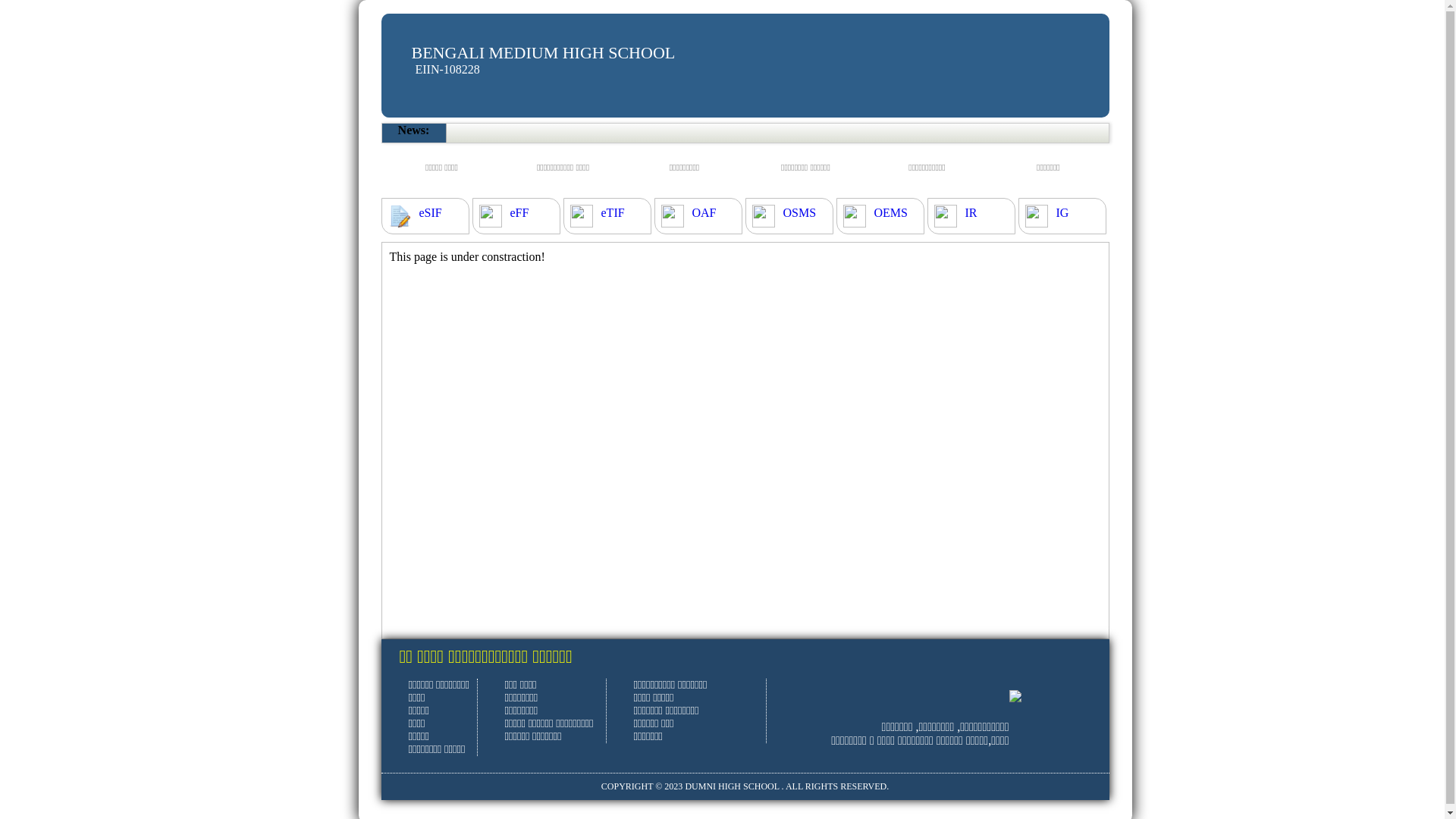  Describe the element at coordinates (691, 213) in the screenshot. I see `'OAF'` at that location.